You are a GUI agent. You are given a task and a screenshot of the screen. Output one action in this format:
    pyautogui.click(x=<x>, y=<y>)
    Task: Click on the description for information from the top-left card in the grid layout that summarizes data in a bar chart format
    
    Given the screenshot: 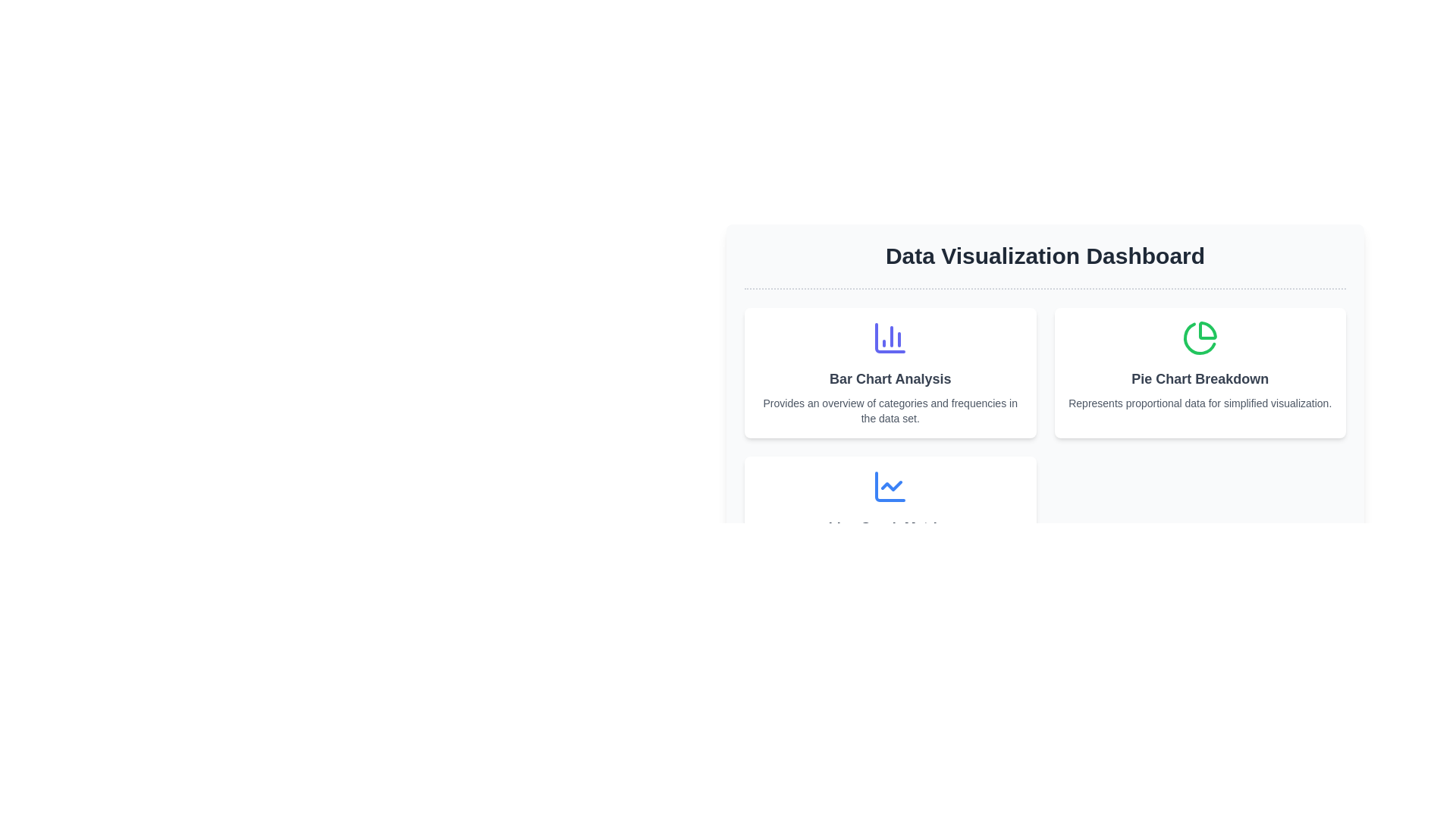 What is the action you would take?
    pyautogui.click(x=890, y=373)
    